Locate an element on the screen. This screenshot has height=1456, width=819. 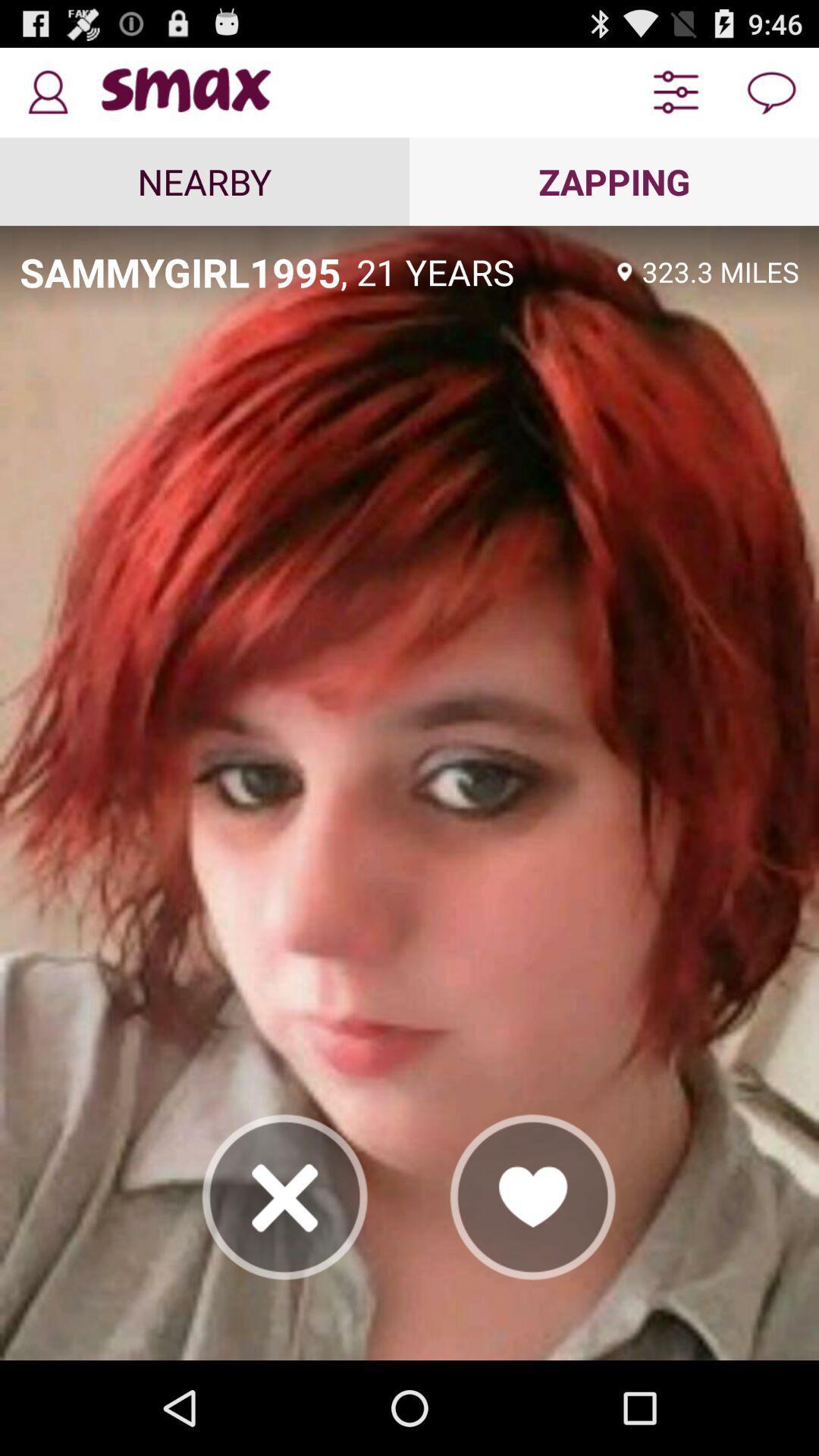
nearby app is located at coordinates (205, 181).